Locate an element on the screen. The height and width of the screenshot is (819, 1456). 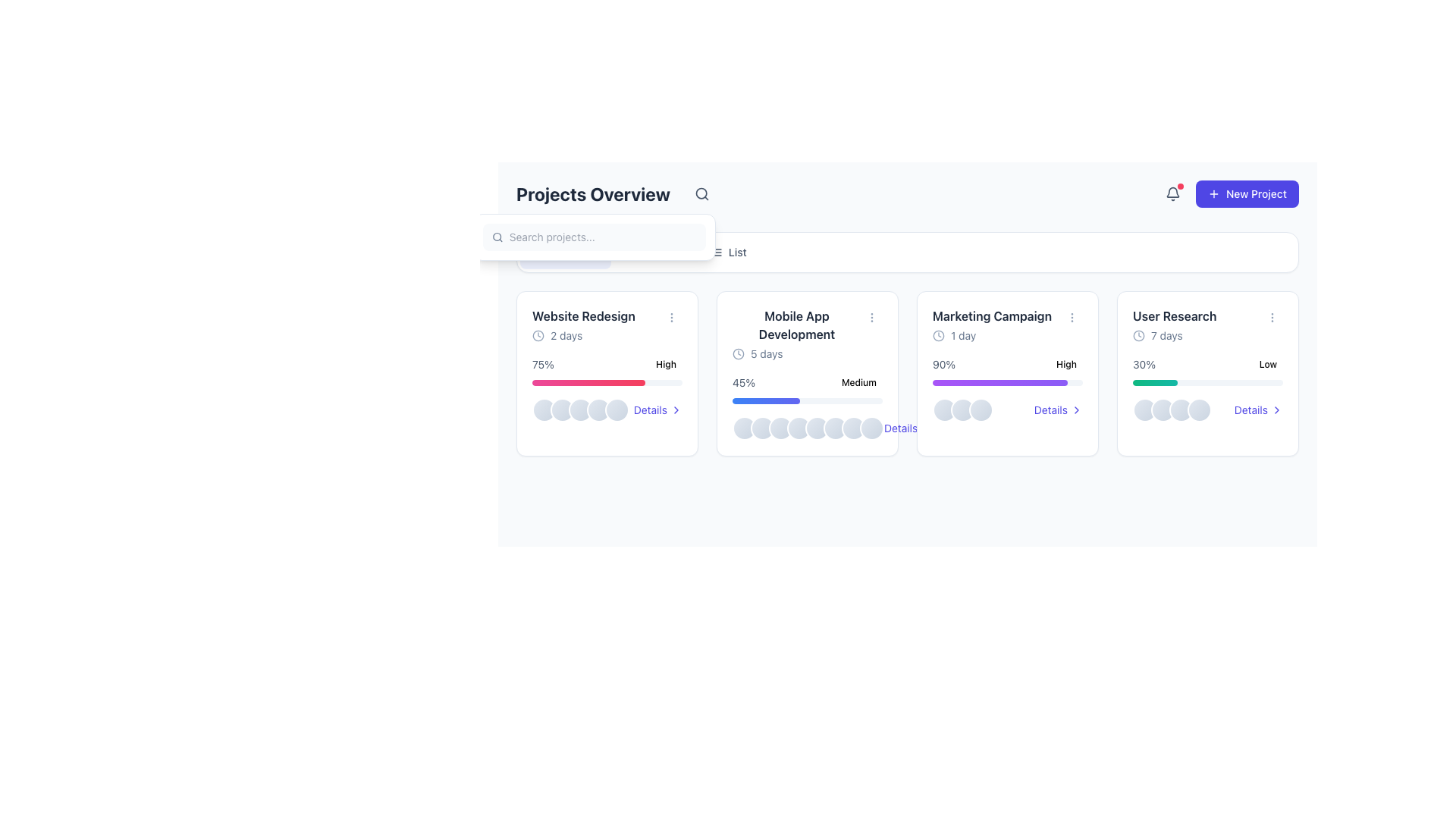
the decorative circular UI component with a gradient from light to medium gray and a white border, located in the second card under 'Mobile App Development' is located at coordinates (799, 428).